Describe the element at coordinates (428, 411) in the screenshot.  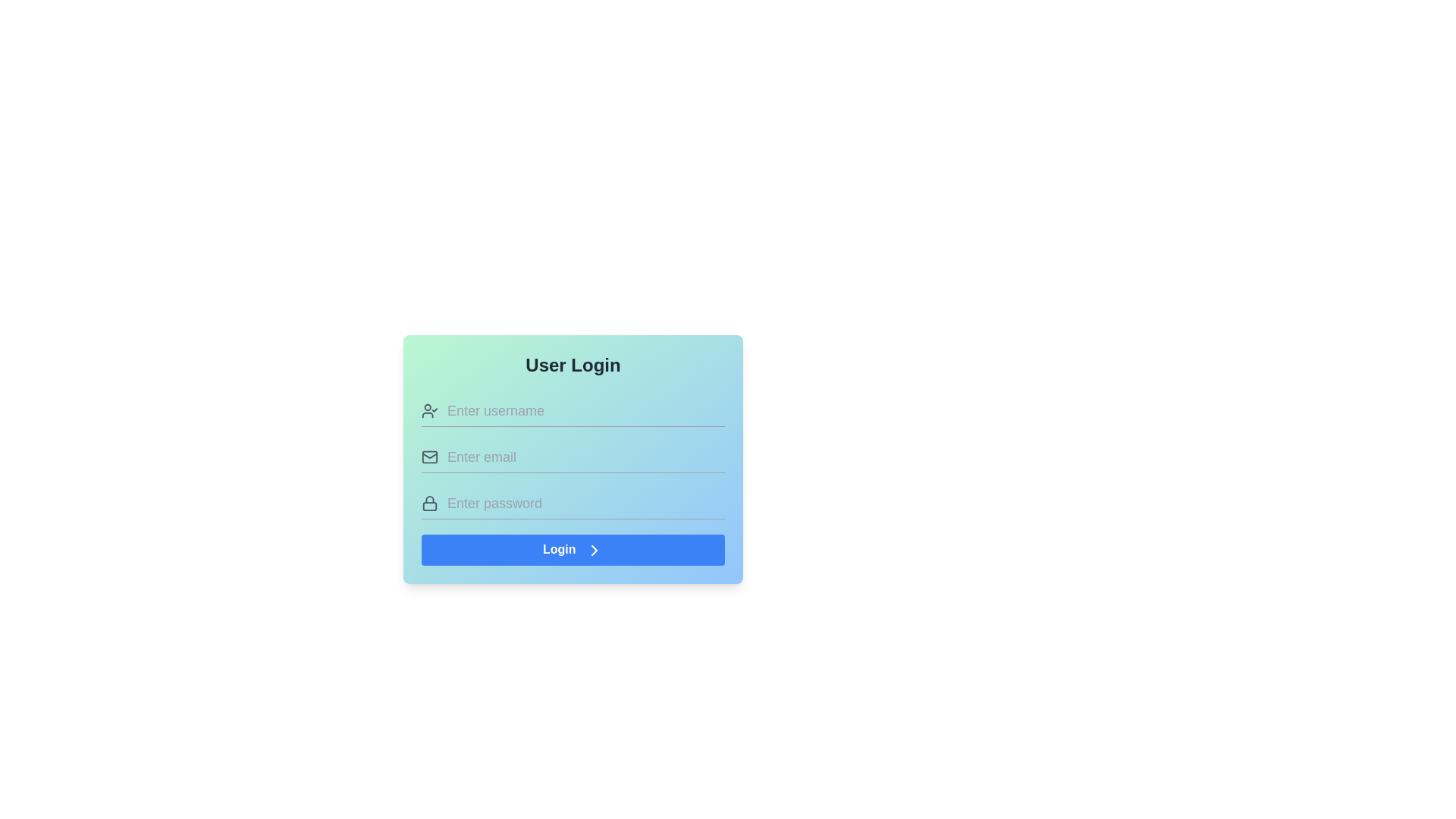
I see `the user check icon, which is styled with thin lines and a checkmark overlaying a user silhouette, located in the first row of the form under the 'User Login' header, preceding the 'Enter username' placeholder text` at that location.